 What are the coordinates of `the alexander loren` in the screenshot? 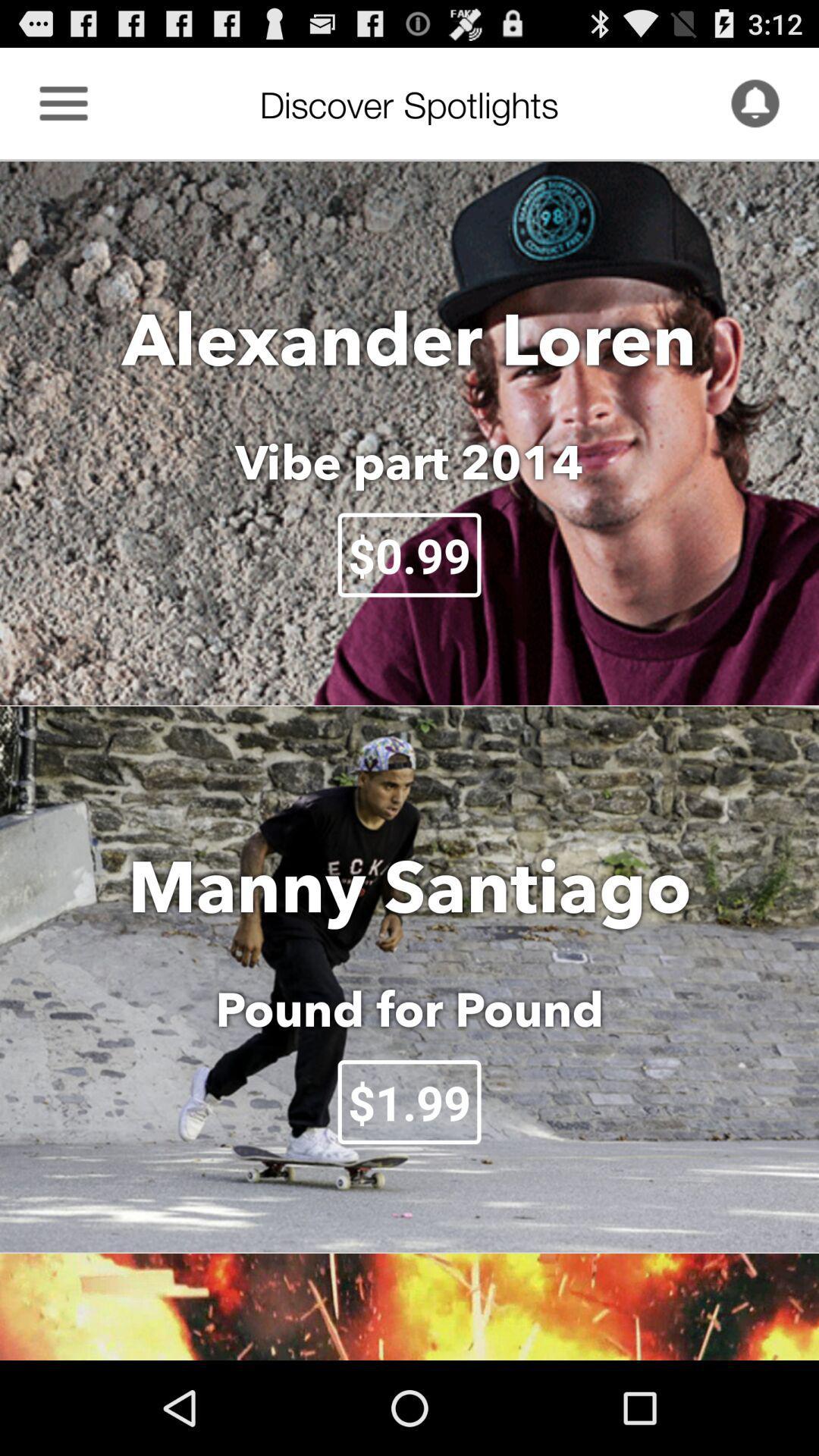 It's located at (409, 337).